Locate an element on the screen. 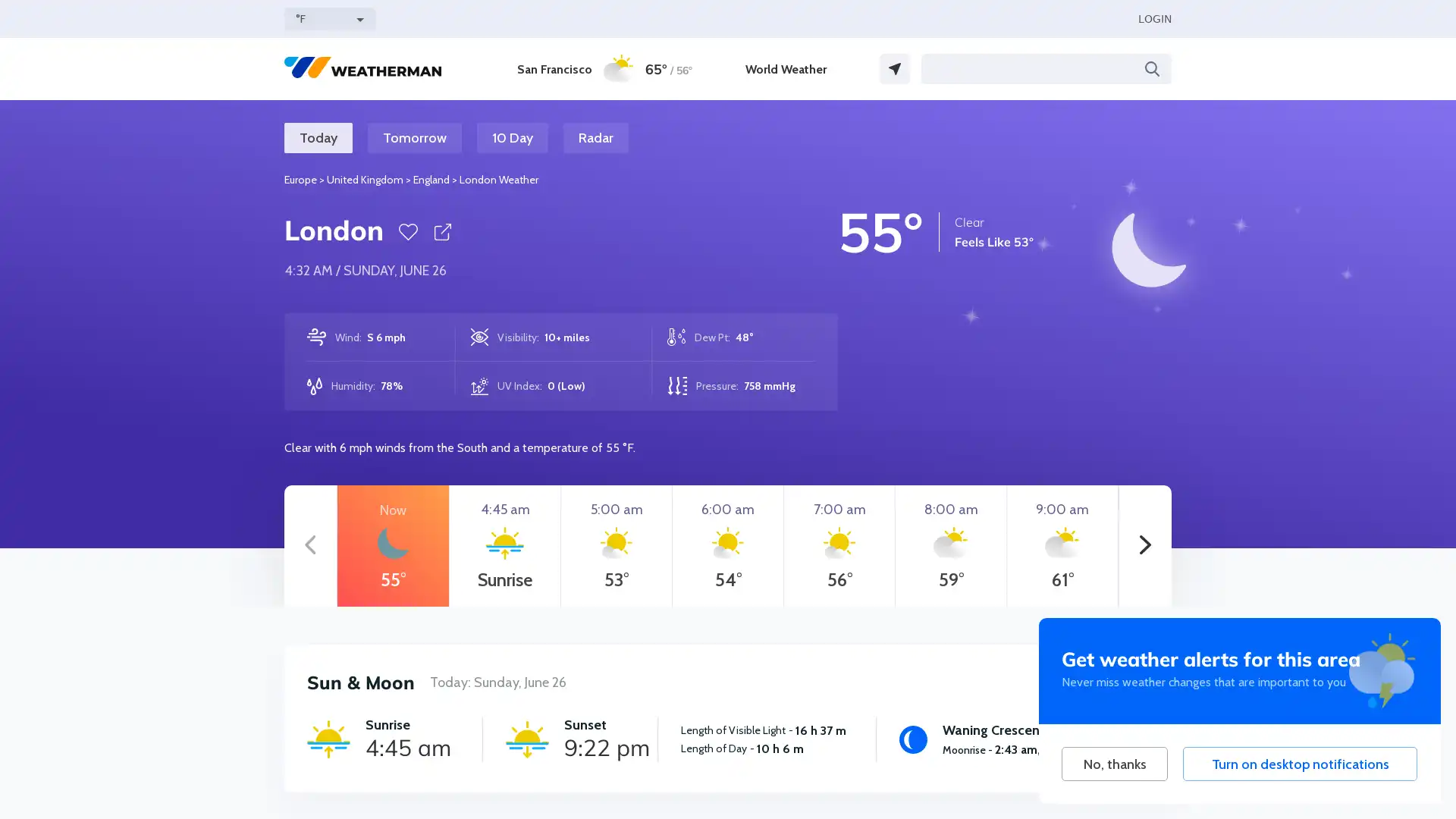 This screenshot has height=819, width=1456. LOGIN is located at coordinates (1153, 18).